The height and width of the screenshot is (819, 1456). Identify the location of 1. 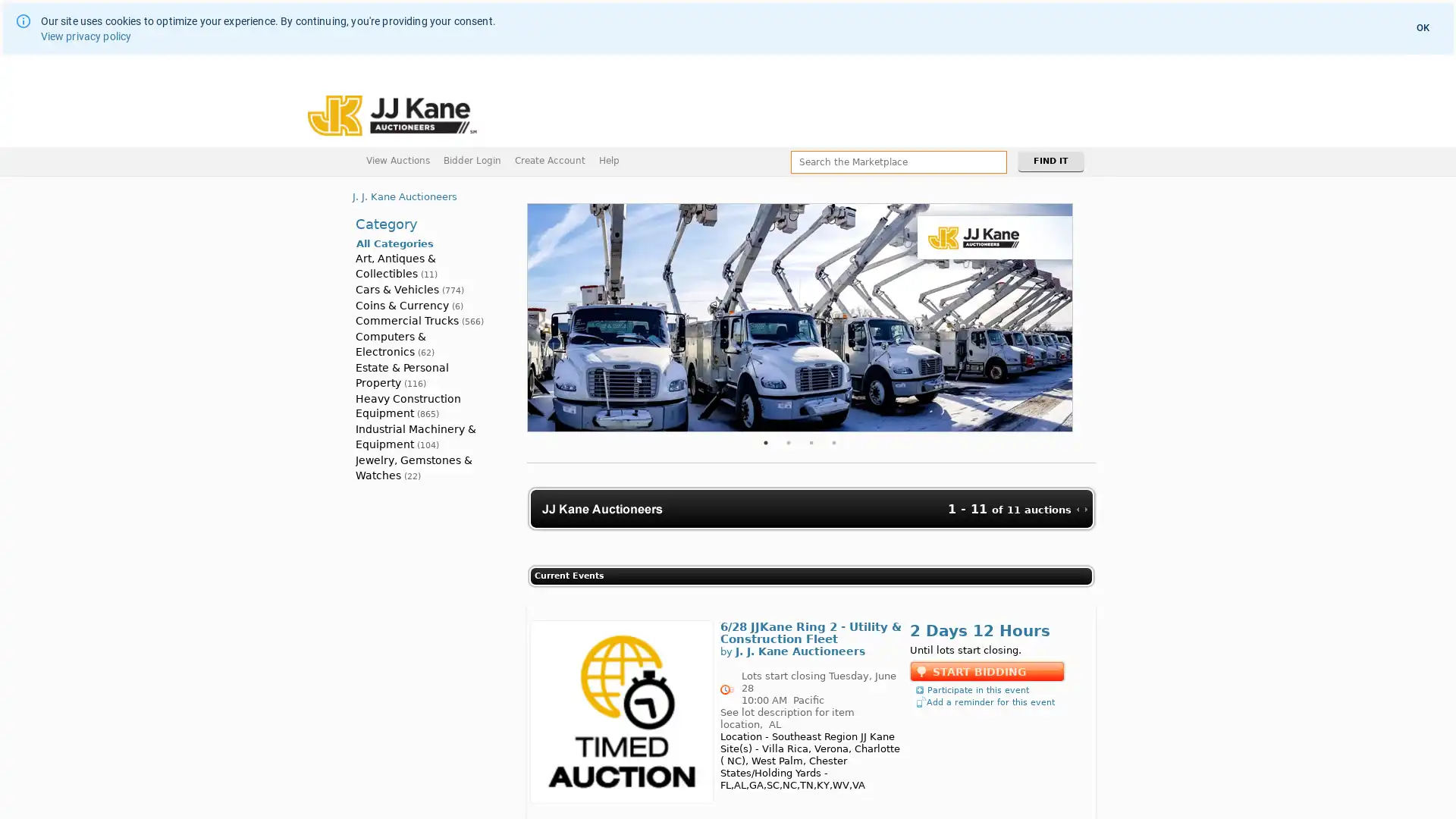
(765, 442).